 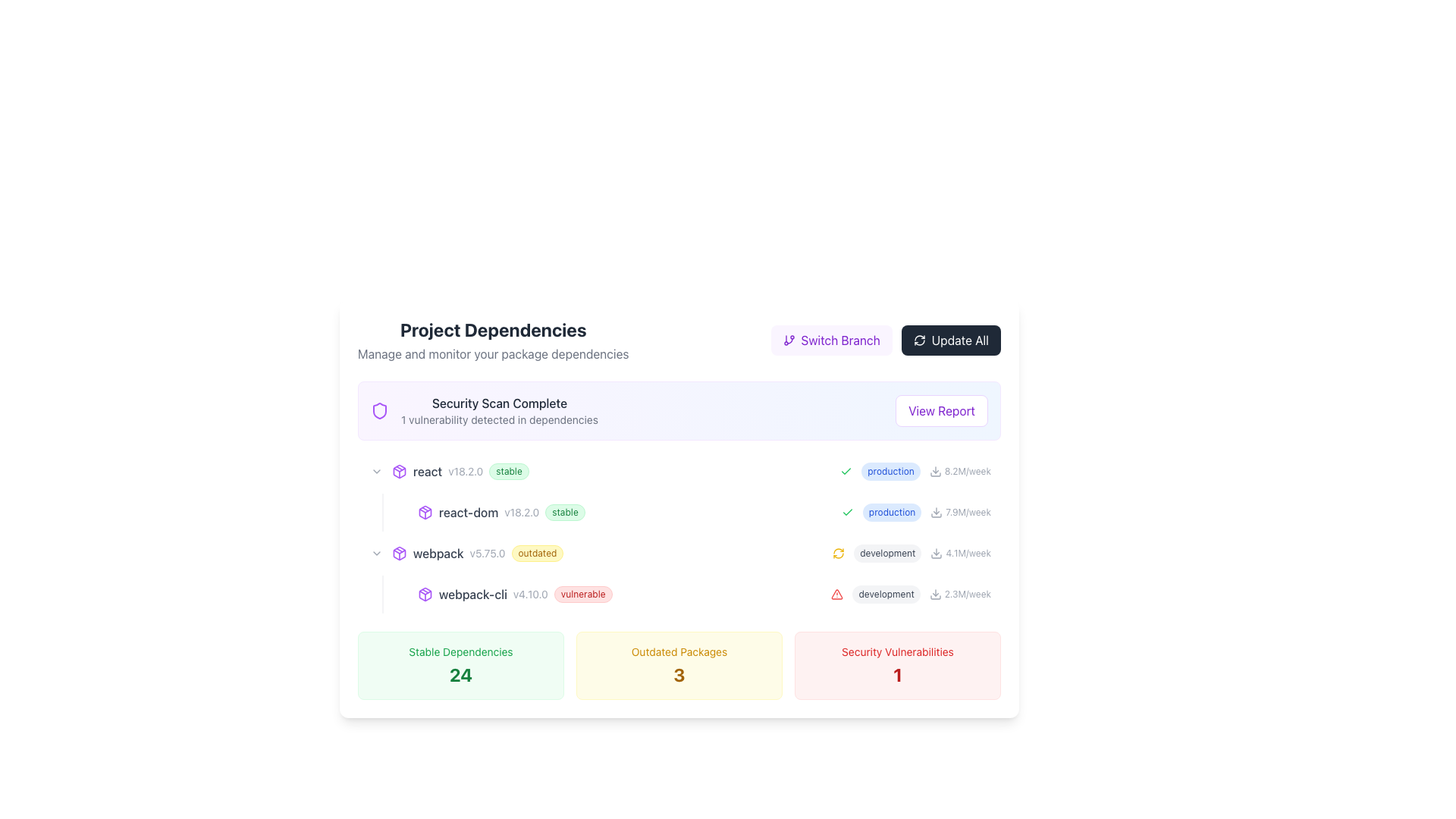 I want to click on the Text Label that provides information regarding detected issues in the dependencies of the security scan, located beneath the 'Security Scan Complete' header, so click(x=499, y=420).